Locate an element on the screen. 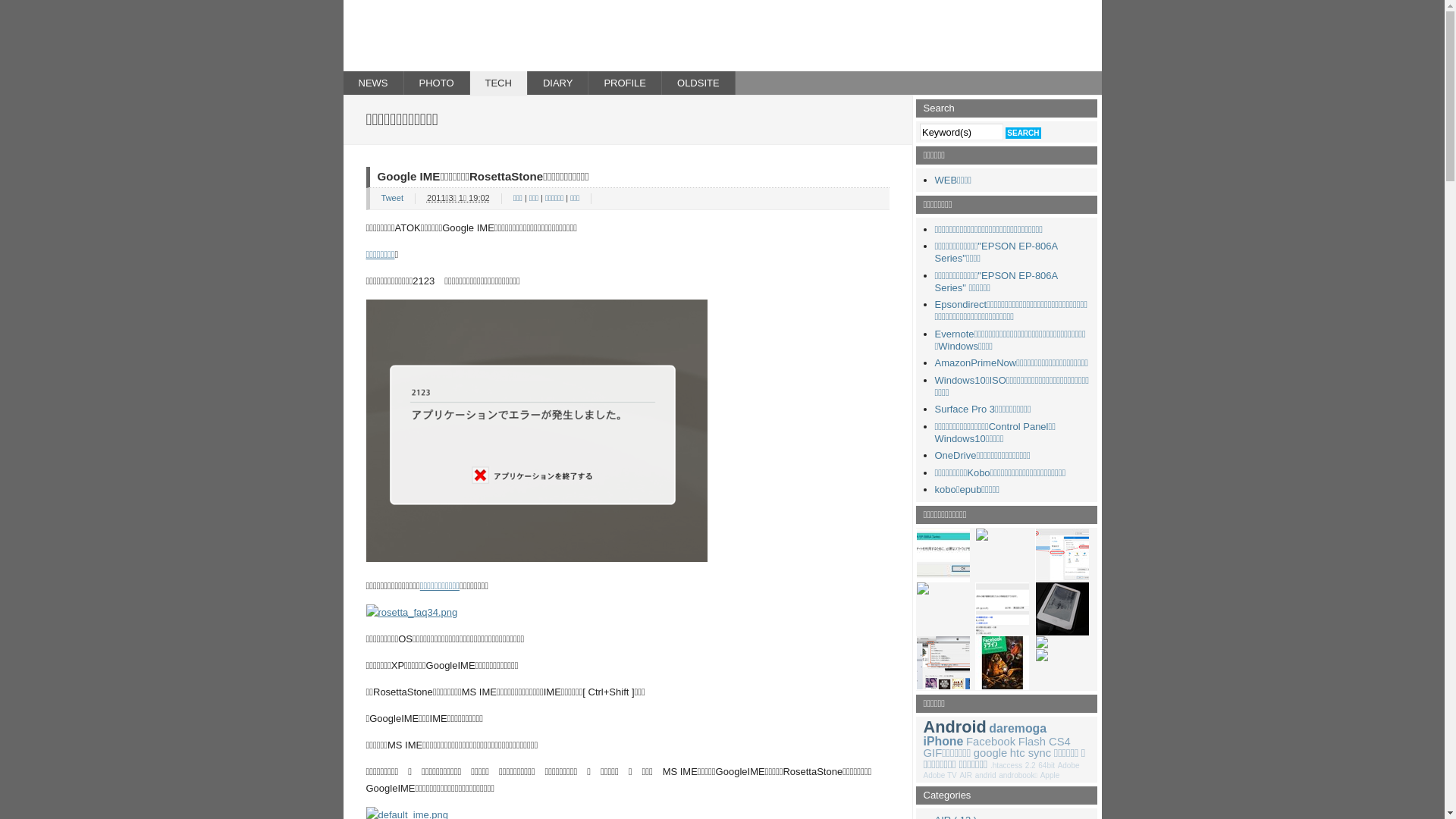  'PHOTO' is located at coordinates (403, 83).